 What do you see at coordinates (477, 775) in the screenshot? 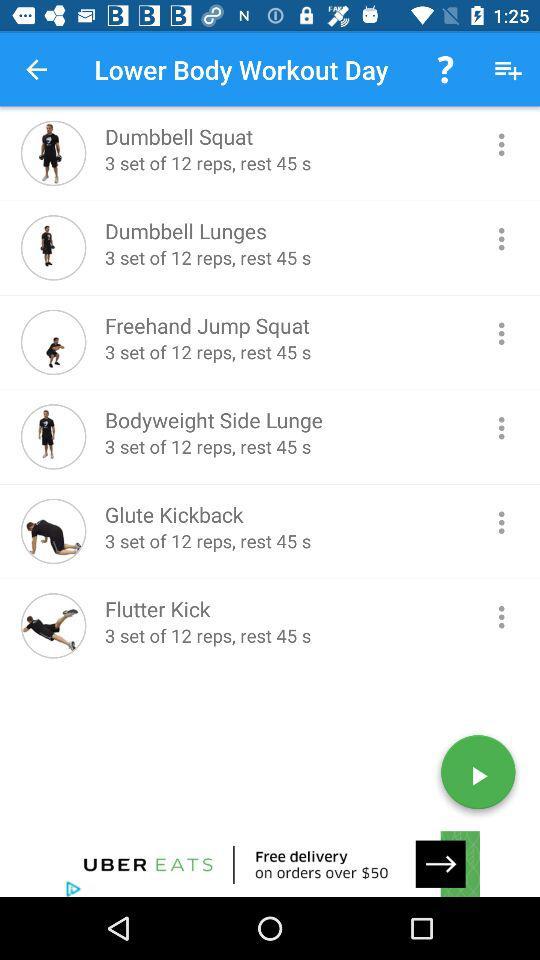
I see `the play icon` at bounding box center [477, 775].